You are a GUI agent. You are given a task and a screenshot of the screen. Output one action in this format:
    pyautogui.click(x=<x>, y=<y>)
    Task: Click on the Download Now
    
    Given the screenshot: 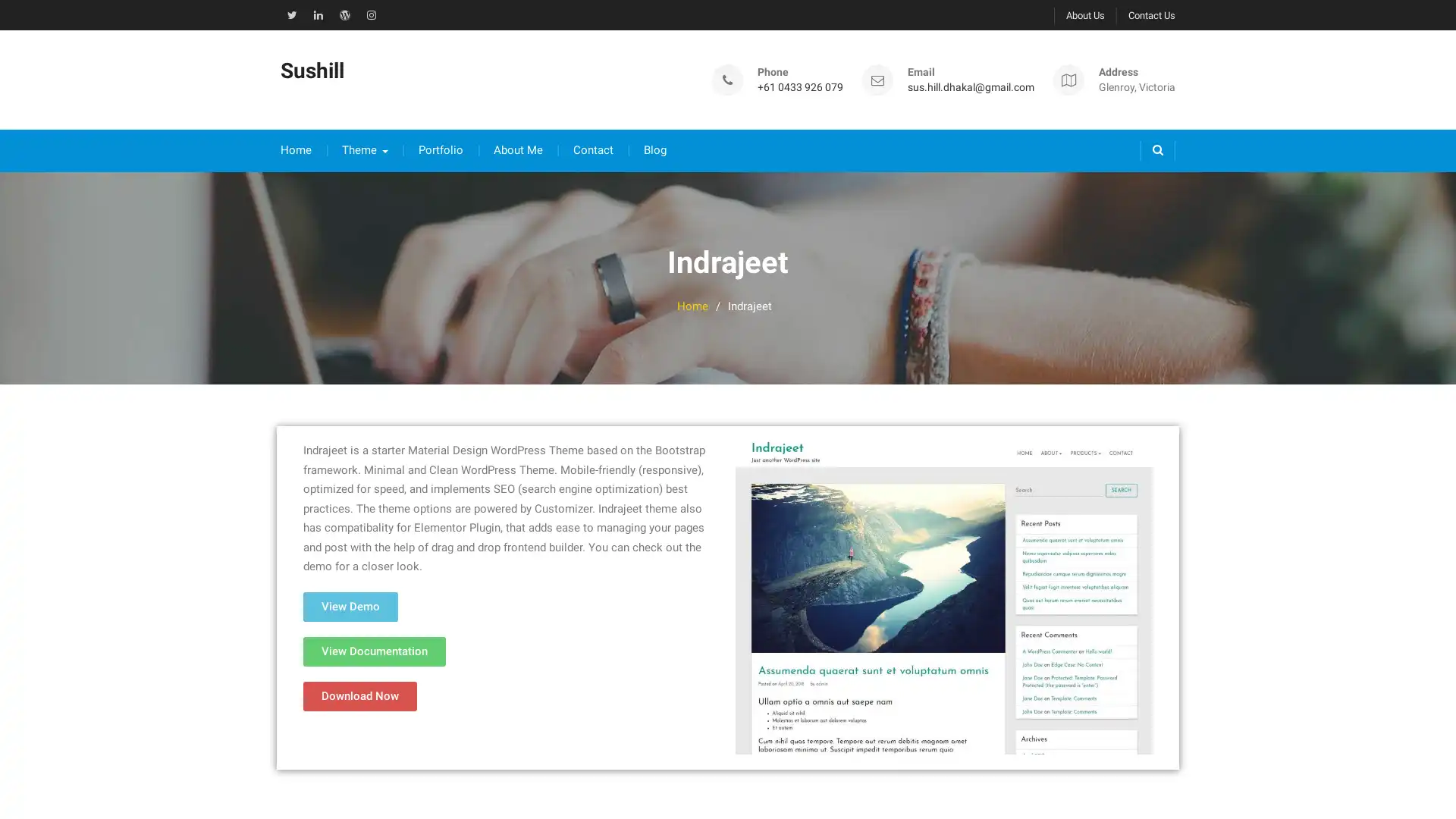 What is the action you would take?
    pyautogui.click(x=359, y=679)
    